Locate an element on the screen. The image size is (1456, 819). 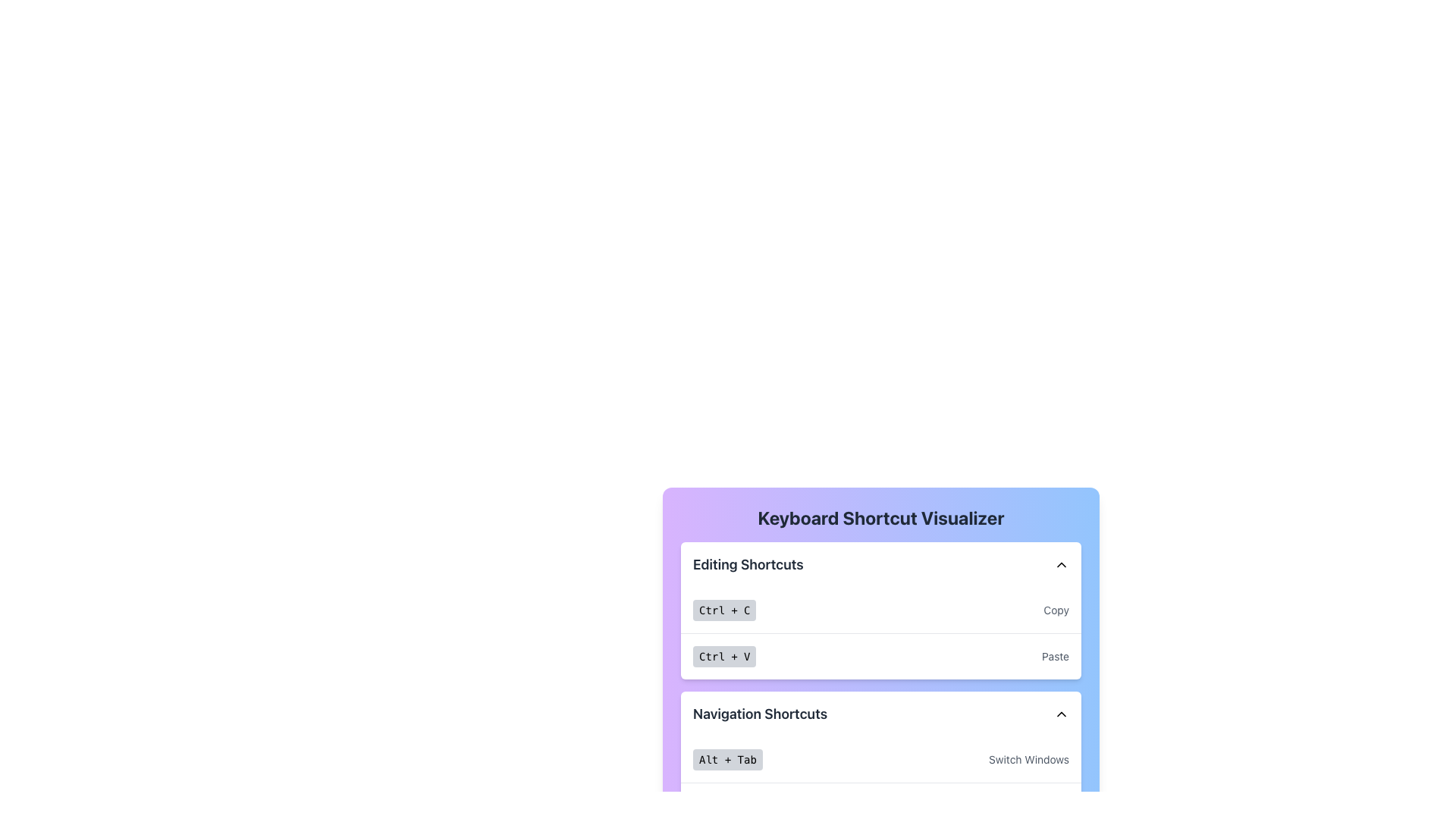
the List Grouping containing keyboard shortcuts and action descriptions in the 'Editing Shortcuts' section of the 'Keyboard Shortcut Visualizer' interface is located at coordinates (880, 632).